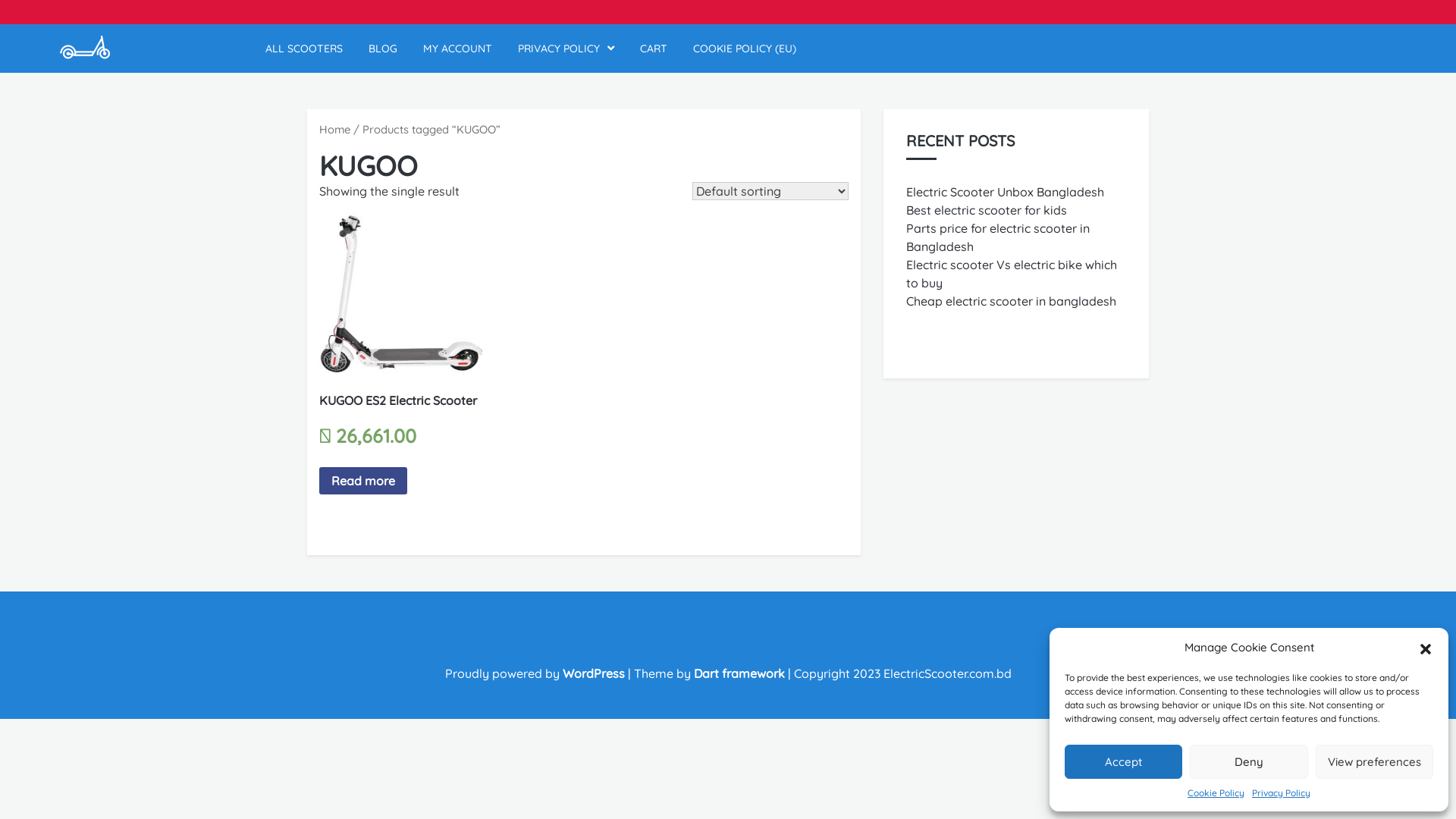  Describe the element at coordinates (745, 48) in the screenshot. I see `'COOKIE POLICY (EU)'` at that location.